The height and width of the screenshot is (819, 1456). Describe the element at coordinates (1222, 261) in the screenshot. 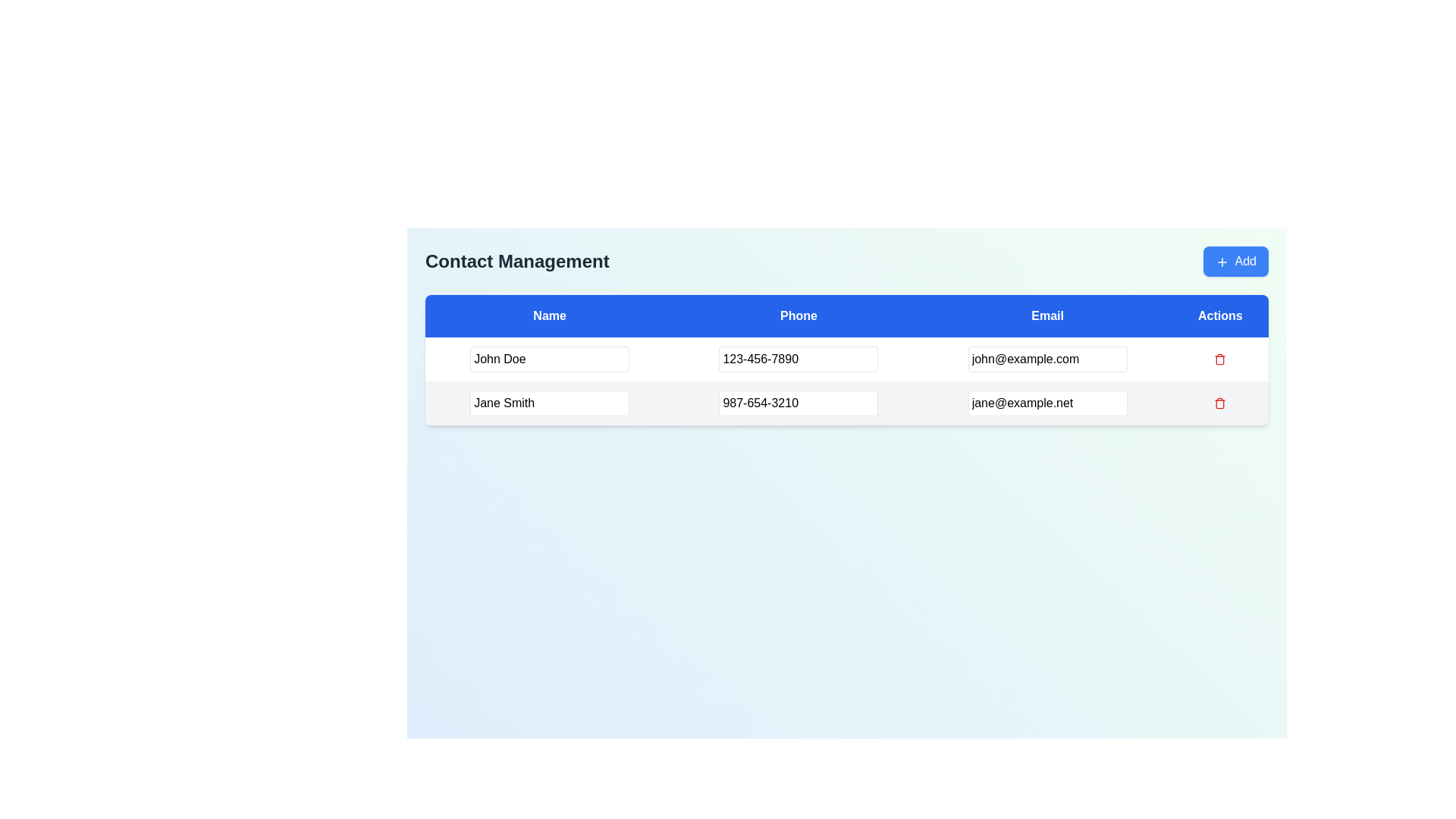

I see `the blue-bordered plus sign icon located within the blue rectangular button labeled 'Add' in the upper-right corner of the user interface` at that location.